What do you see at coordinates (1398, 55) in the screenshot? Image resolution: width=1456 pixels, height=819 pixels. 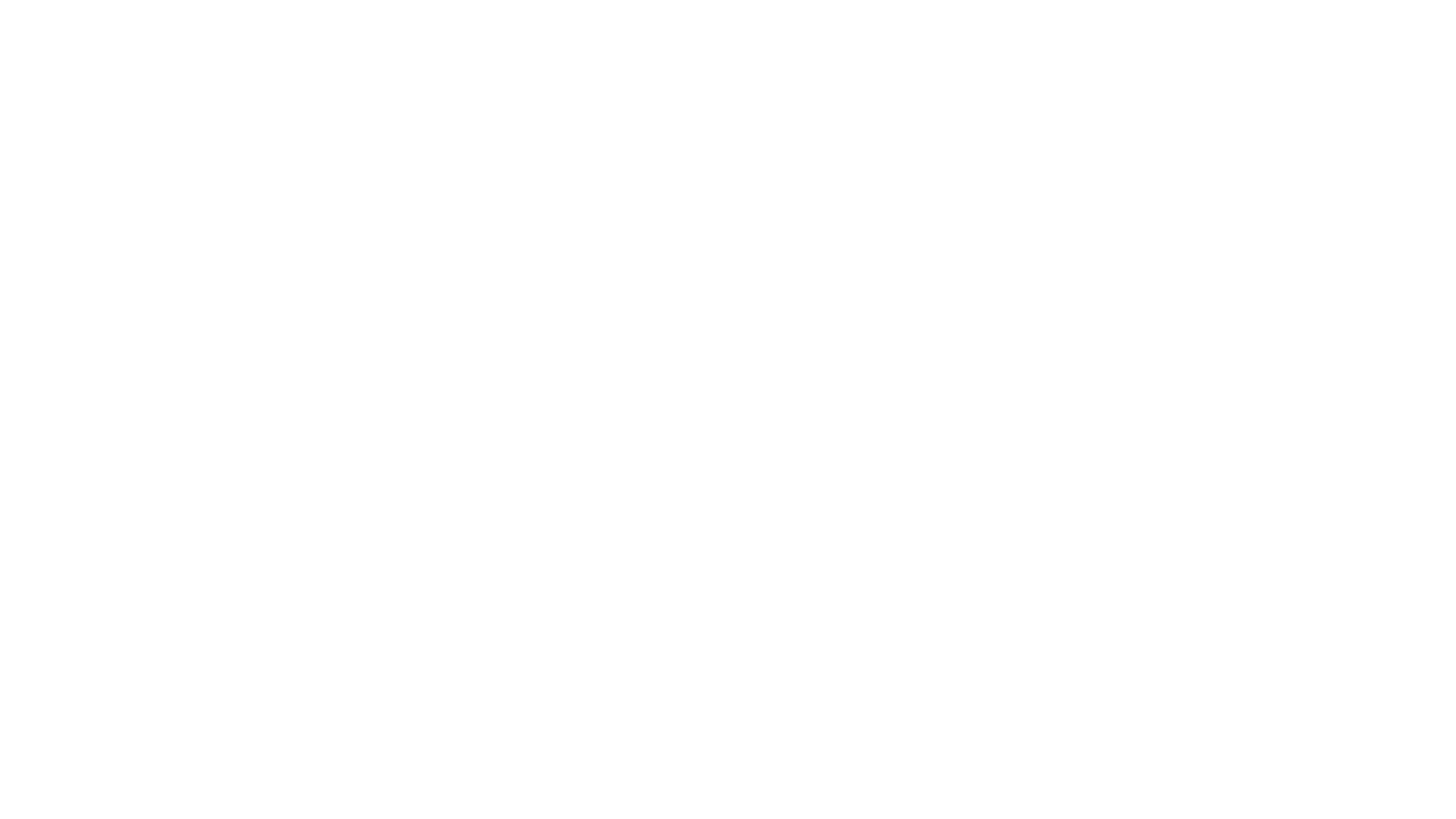 I see `Close` at bounding box center [1398, 55].